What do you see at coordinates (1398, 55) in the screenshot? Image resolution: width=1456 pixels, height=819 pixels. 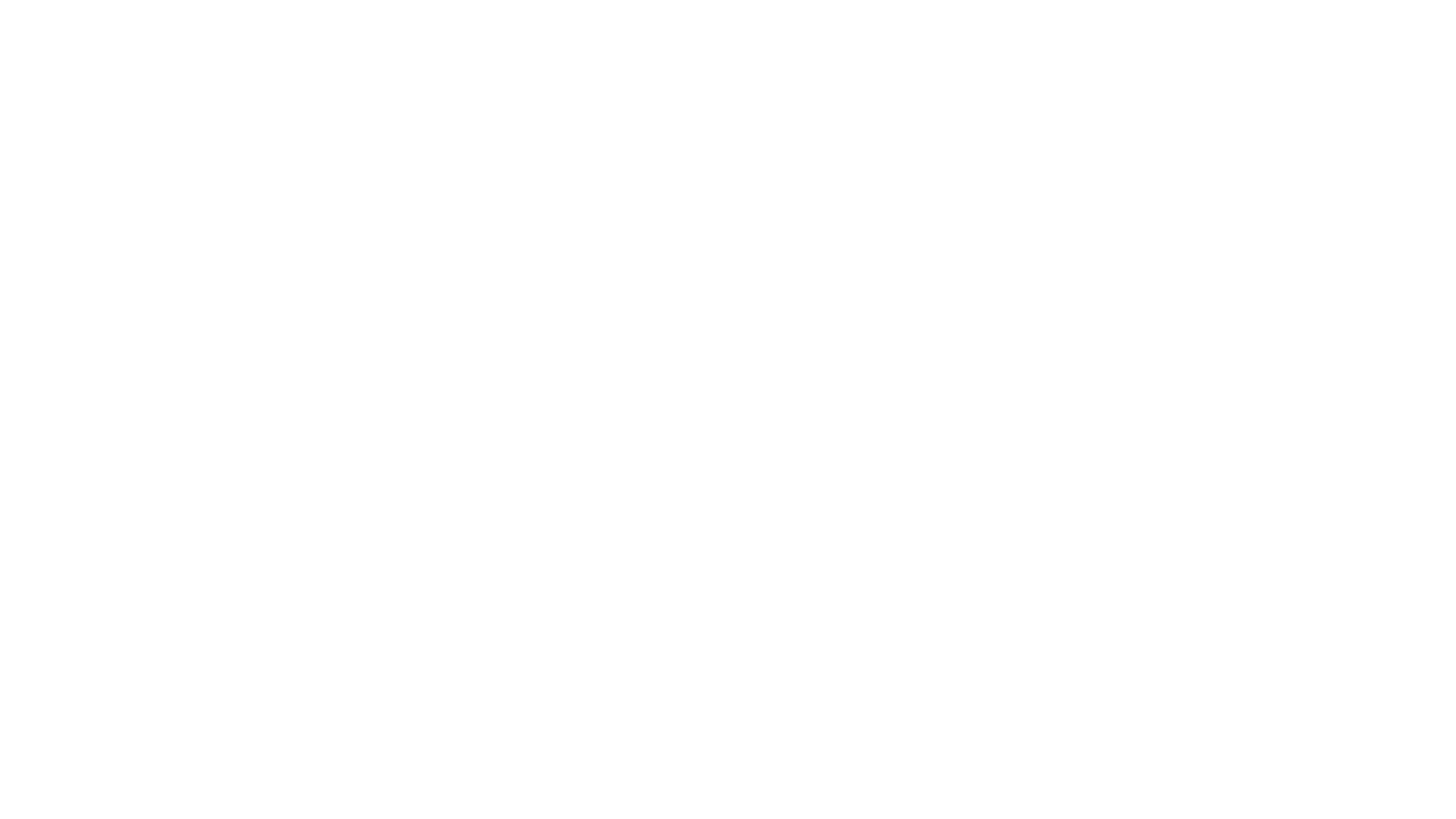 I see `Close` at bounding box center [1398, 55].